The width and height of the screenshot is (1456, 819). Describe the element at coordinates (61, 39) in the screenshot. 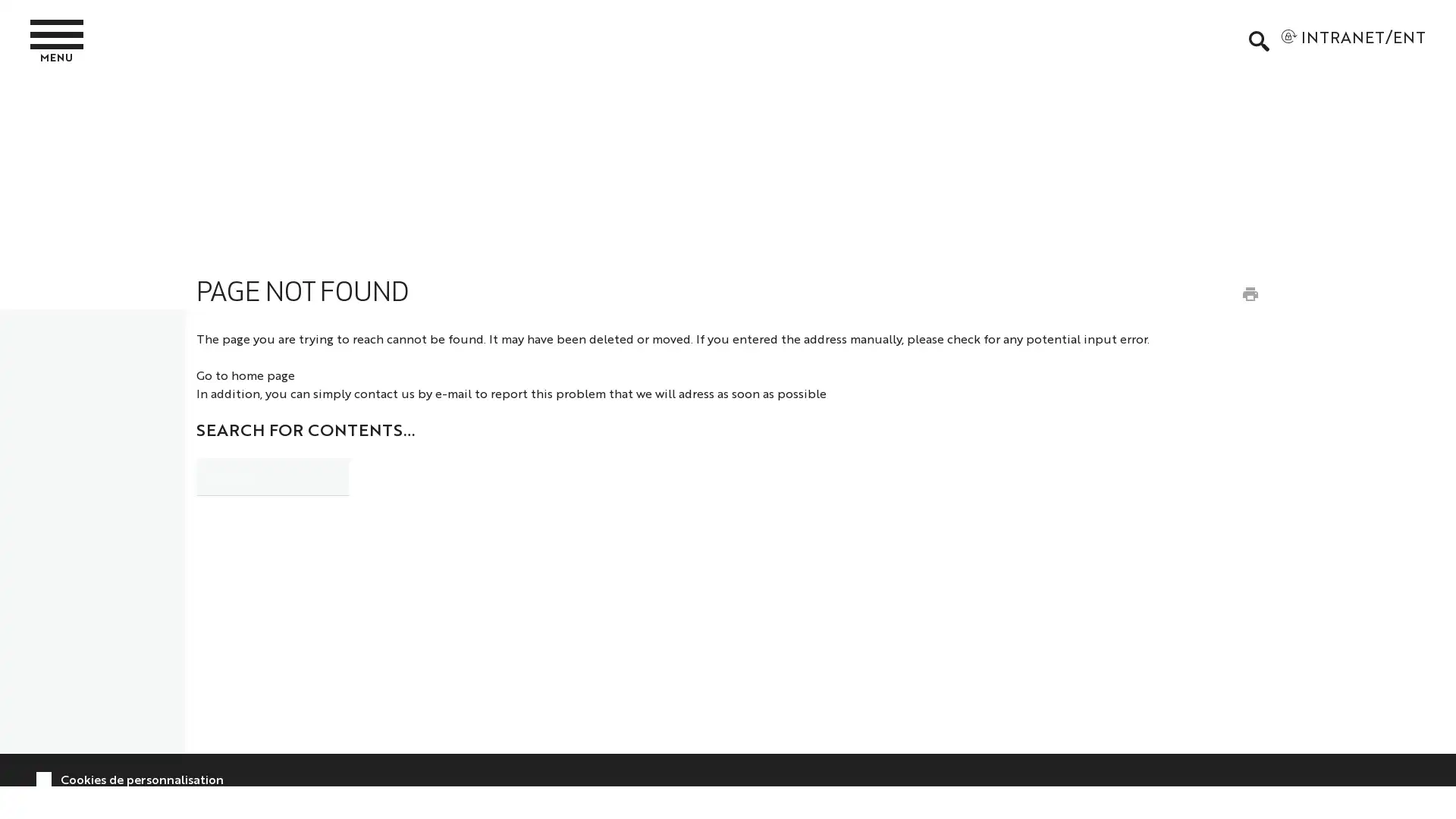

I see `OPEN MENU MENU` at that location.